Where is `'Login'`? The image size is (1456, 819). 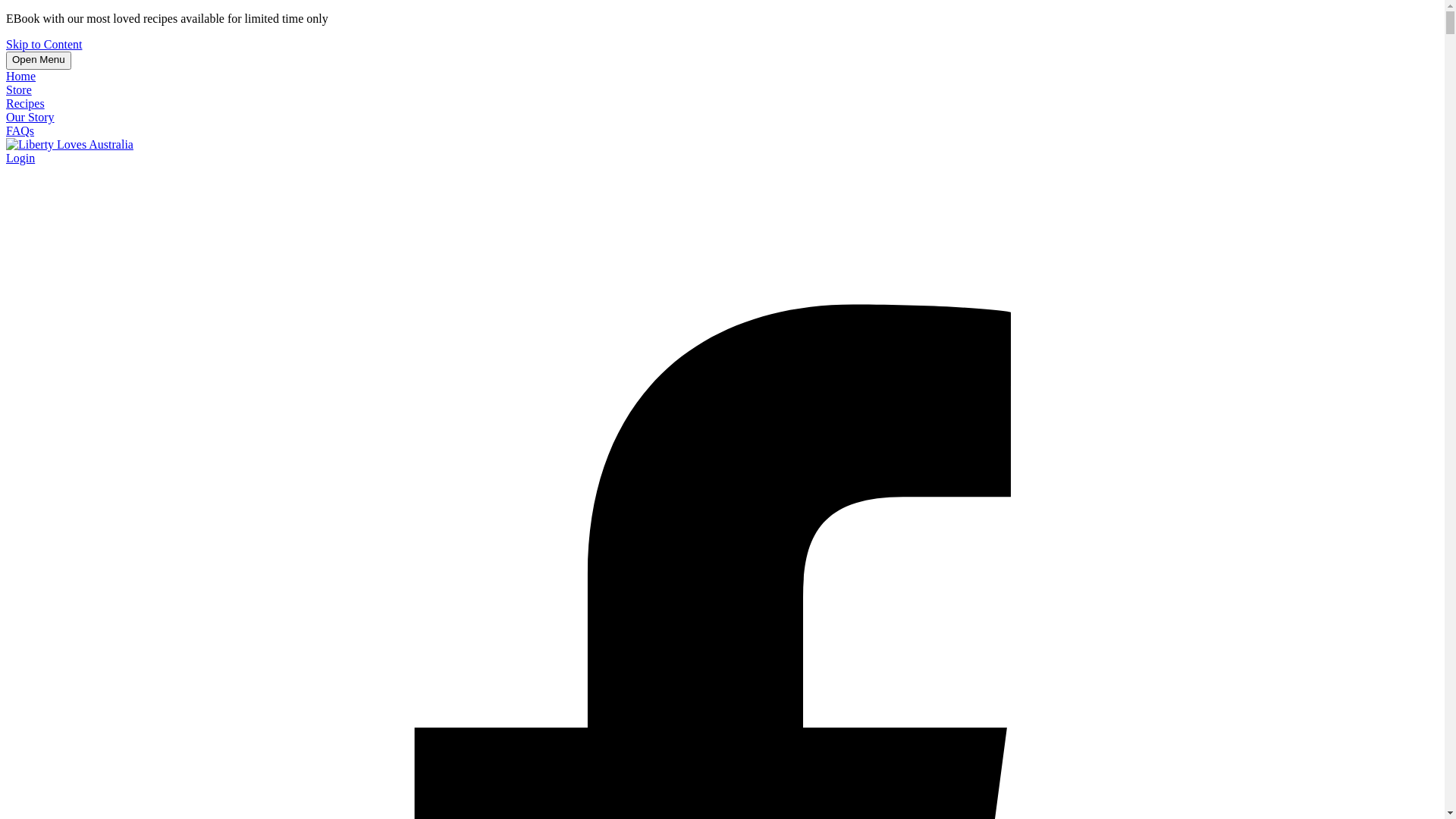
'Login' is located at coordinates (6, 158).